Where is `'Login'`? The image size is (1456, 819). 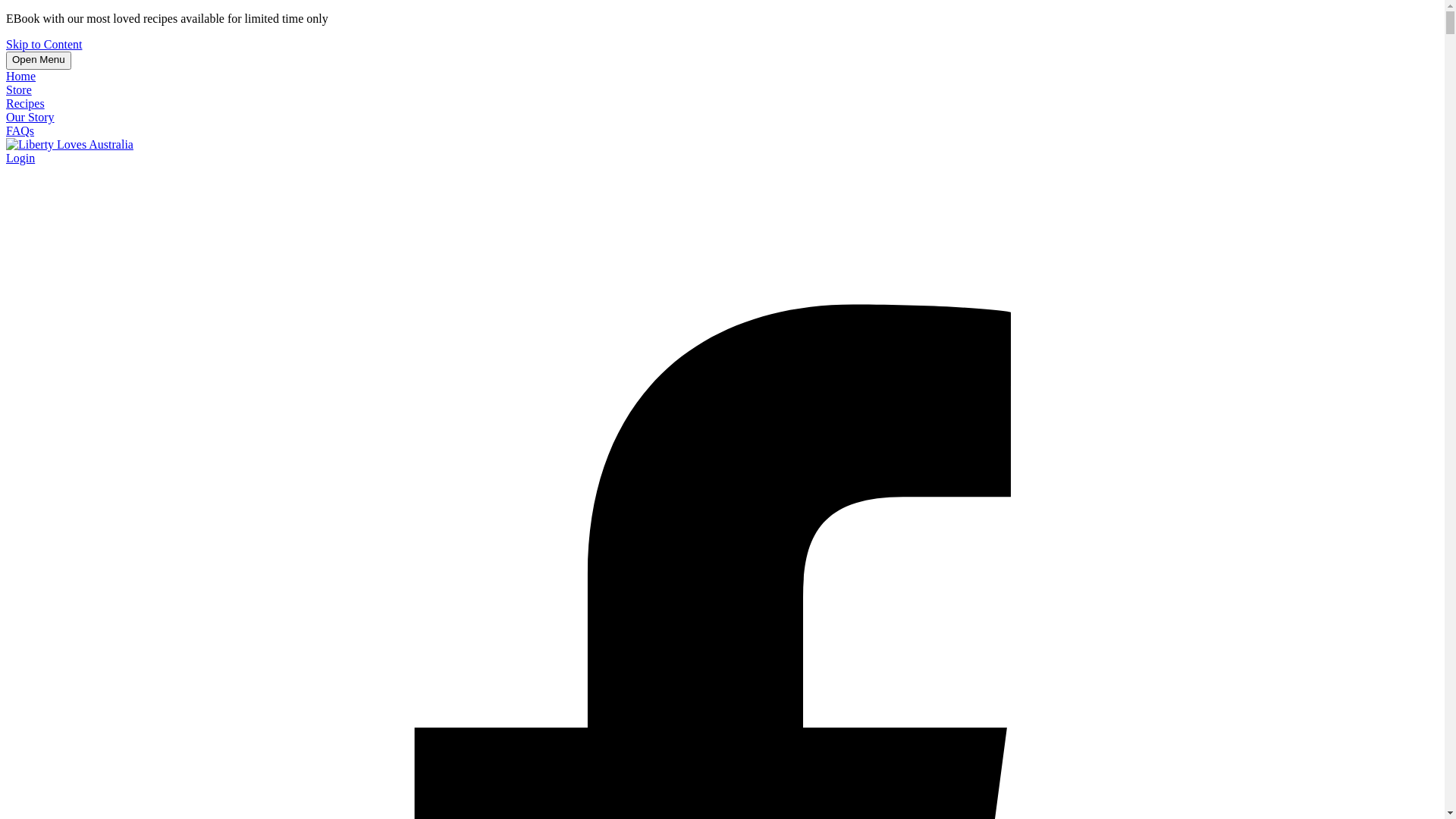
'Login' is located at coordinates (6, 158).